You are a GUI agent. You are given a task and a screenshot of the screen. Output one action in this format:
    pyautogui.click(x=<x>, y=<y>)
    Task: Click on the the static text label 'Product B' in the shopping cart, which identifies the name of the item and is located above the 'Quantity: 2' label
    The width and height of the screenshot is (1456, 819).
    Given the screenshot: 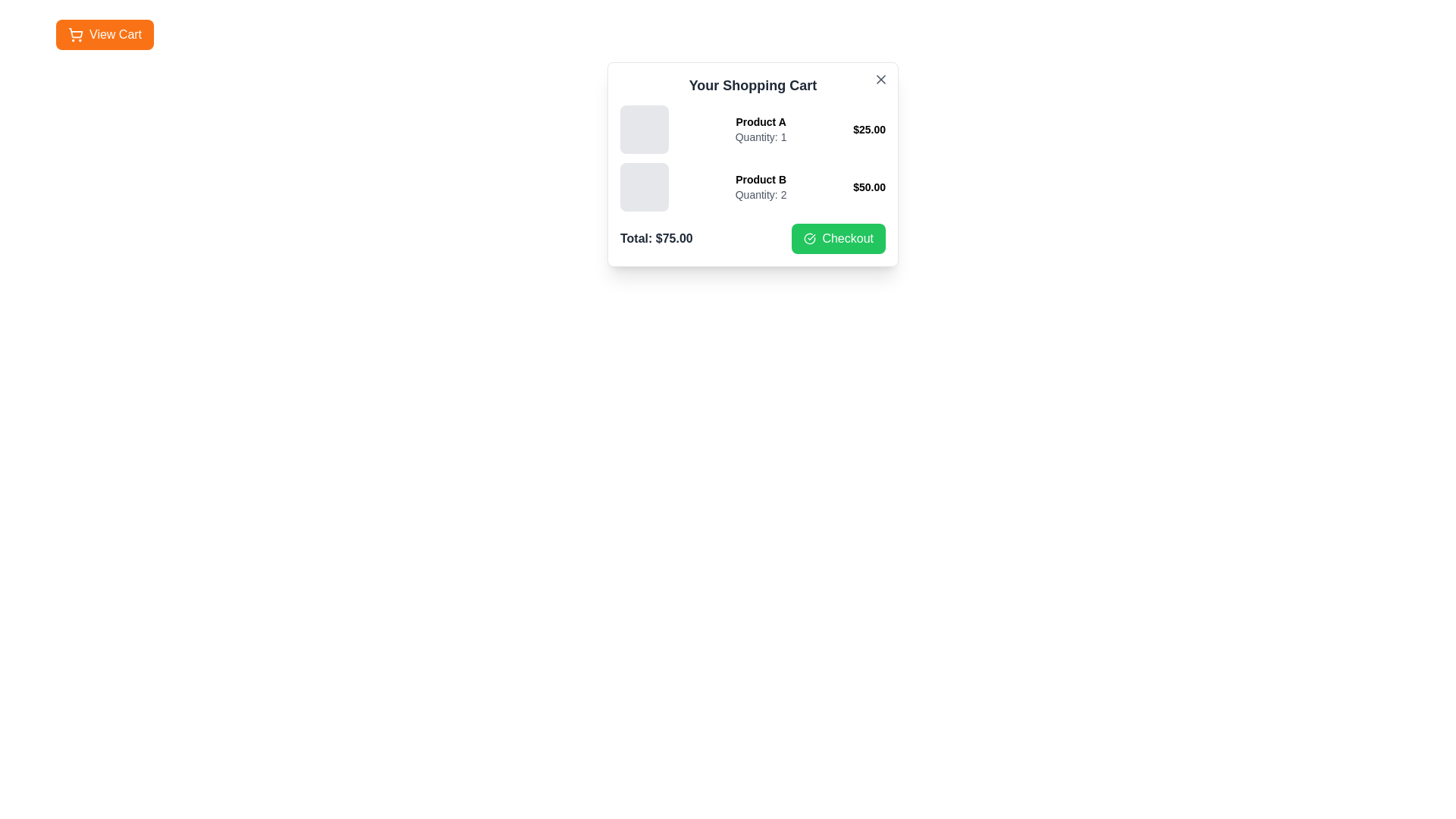 What is the action you would take?
    pyautogui.click(x=761, y=178)
    